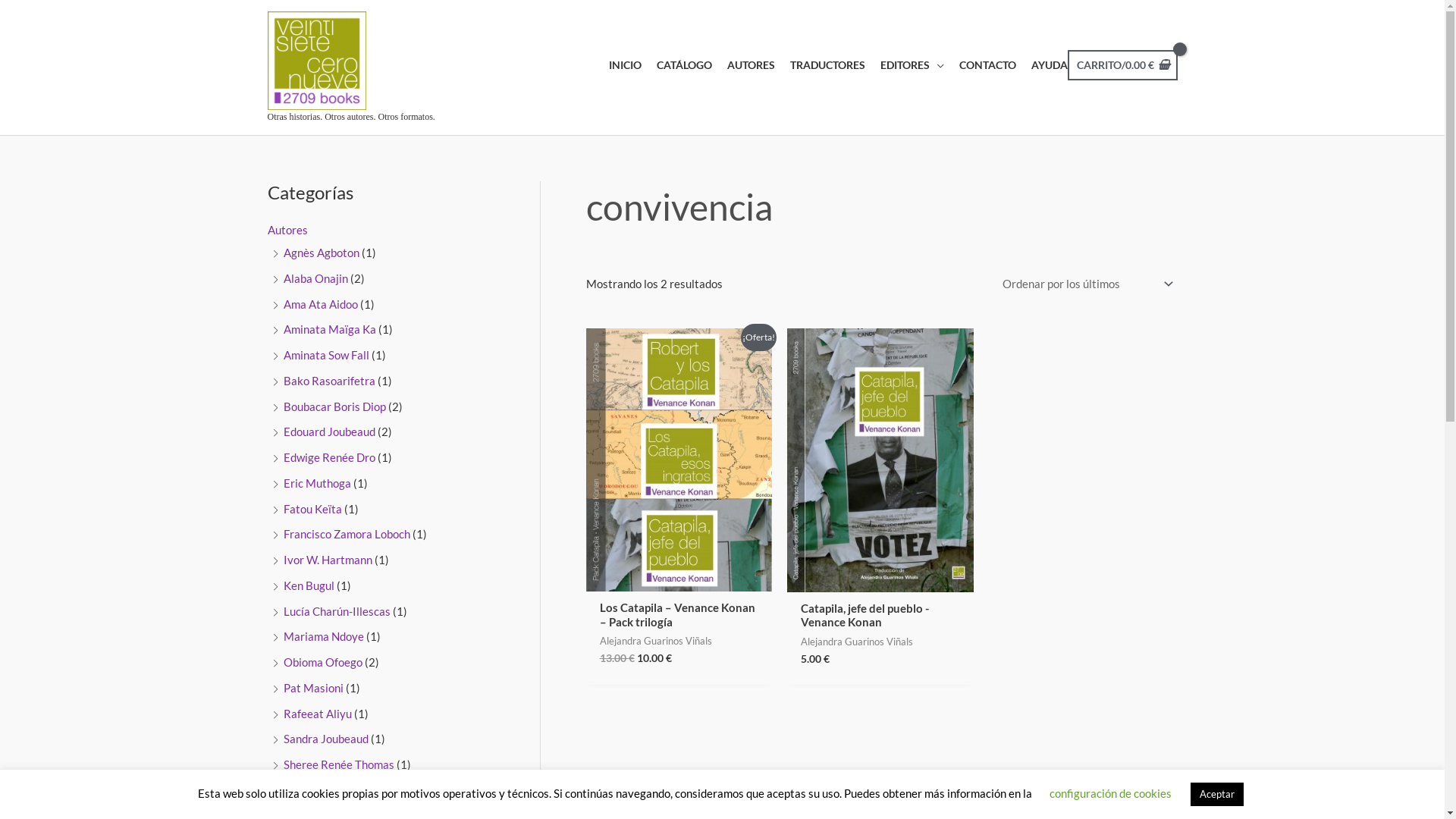 Image resolution: width=1456 pixels, height=819 pixels. Describe the element at coordinates (284, 661) in the screenshot. I see `'Obioma Ofoego'` at that location.